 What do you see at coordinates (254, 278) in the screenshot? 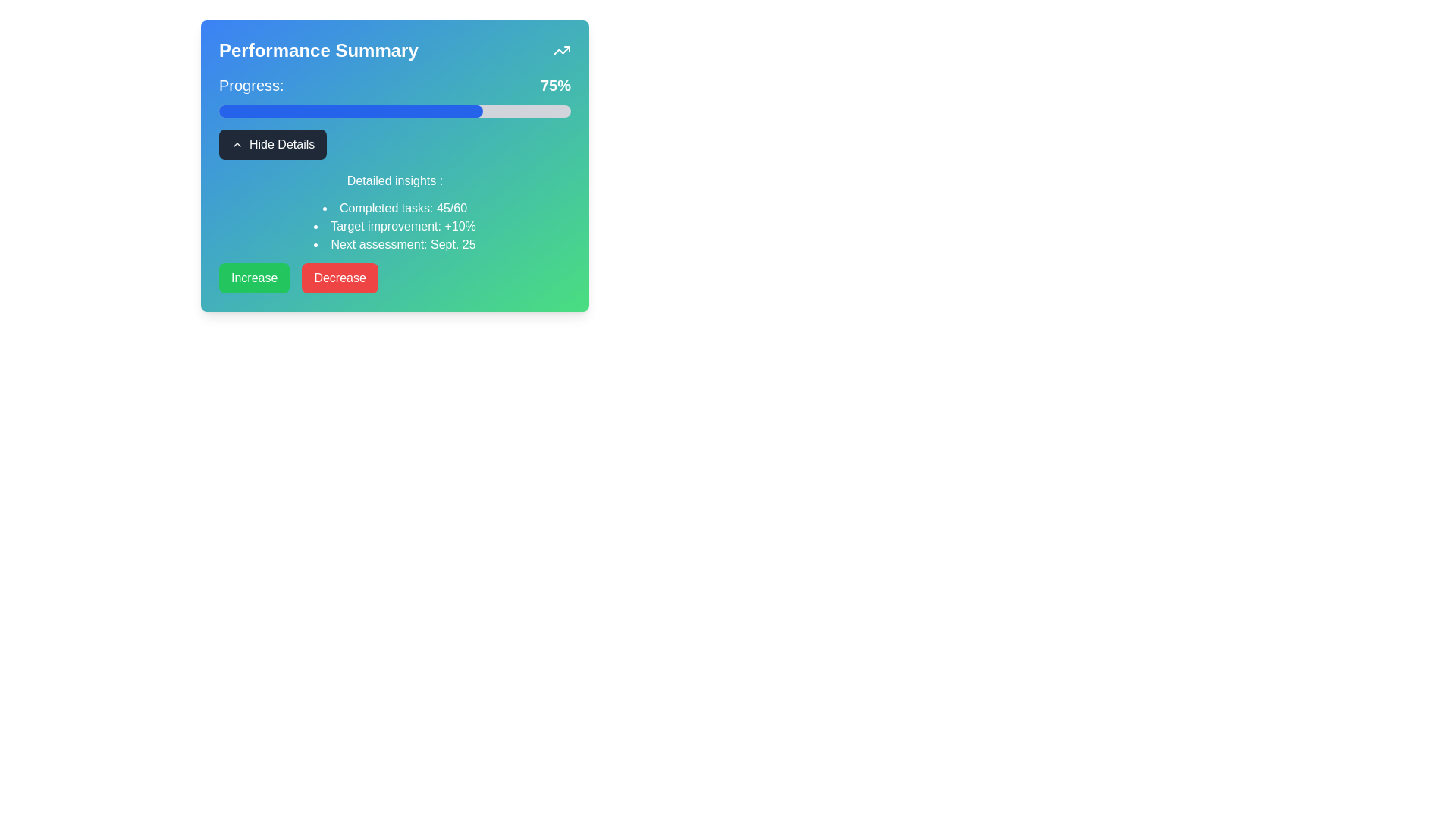
I see `the 'Increase' button located on the left of the 'Decrease' button in a horizontal group near the bottom of a card-like UI component to observe hover effects` at bounding box center [254, 278].